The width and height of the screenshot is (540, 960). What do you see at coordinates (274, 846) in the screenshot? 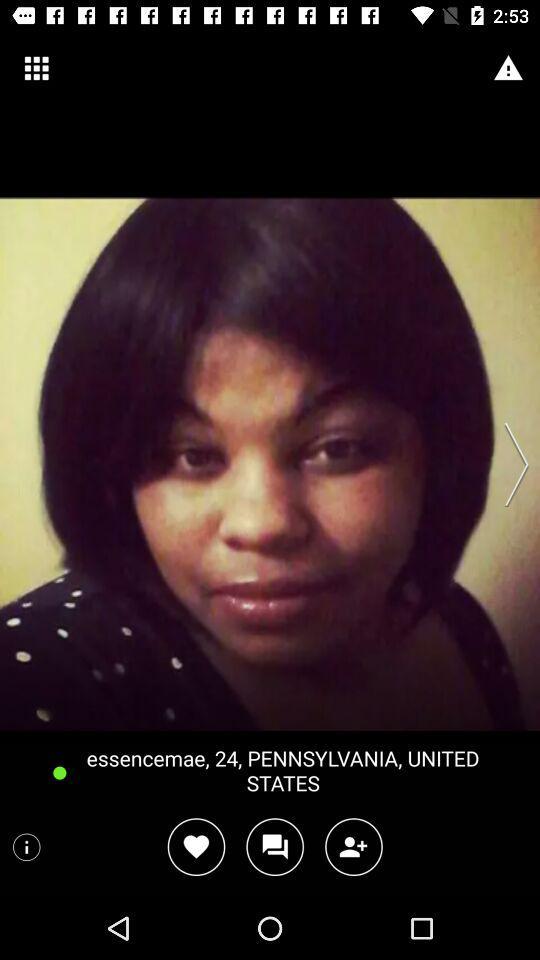
I see `chat box` at bounding box center [274, 846].